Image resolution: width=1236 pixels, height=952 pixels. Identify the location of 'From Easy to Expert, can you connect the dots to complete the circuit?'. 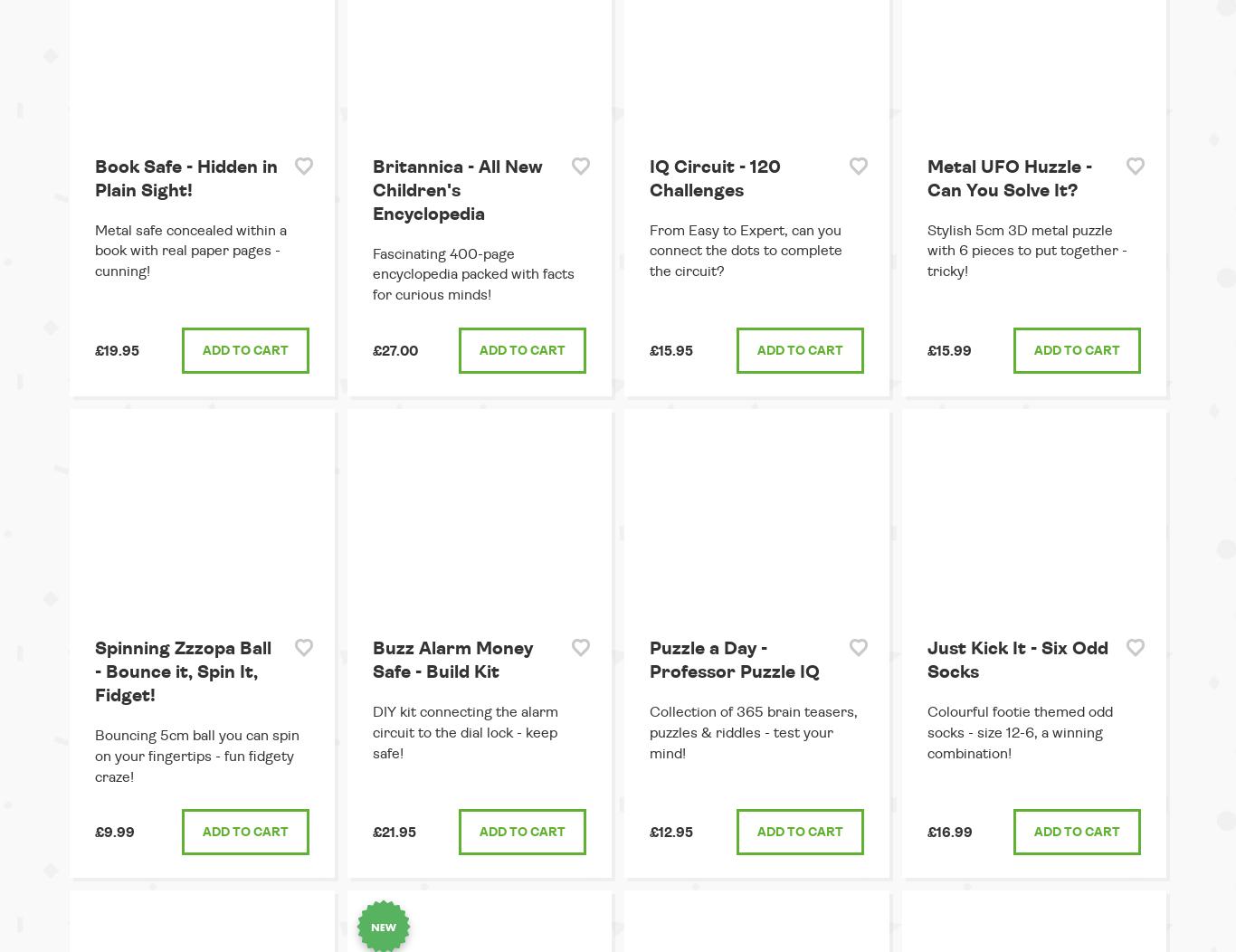
(745, 250).